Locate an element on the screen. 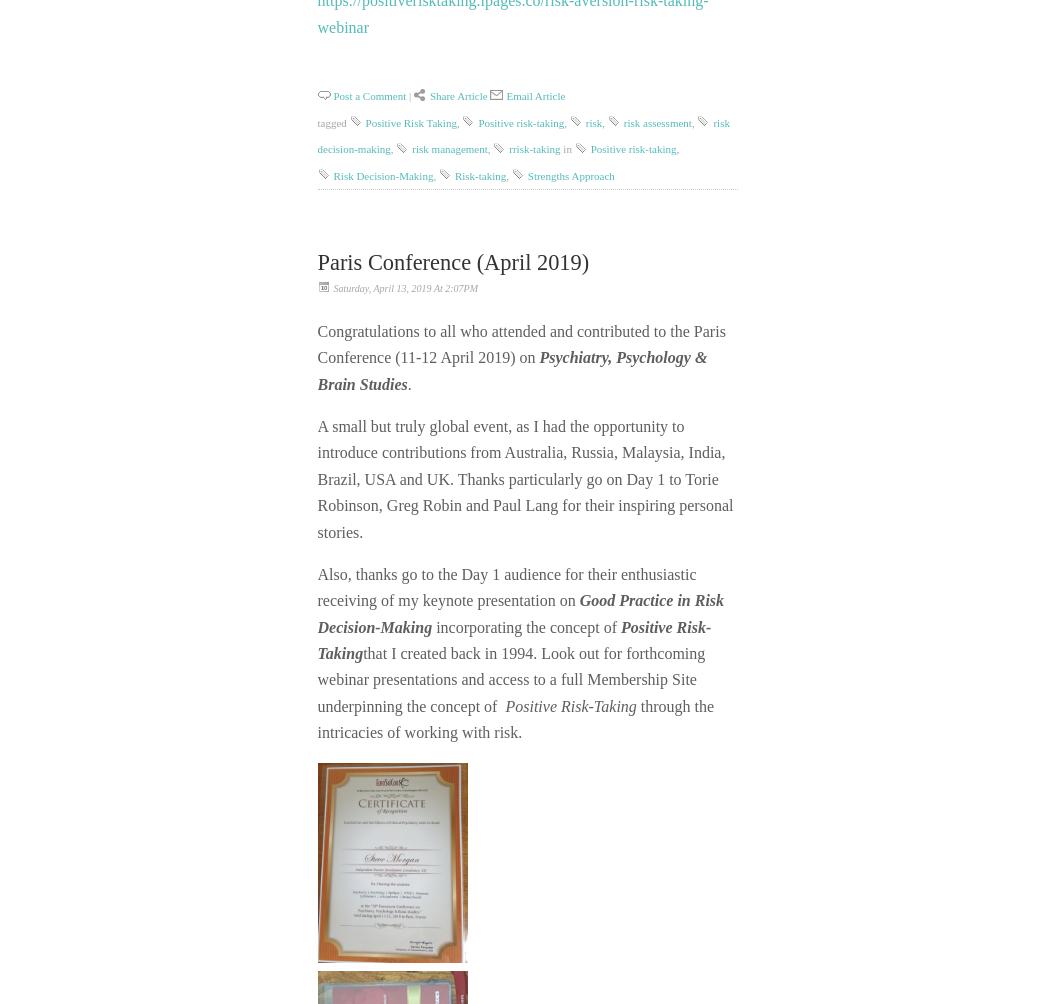 This screenshot has height=1004, width=1055. 'incorporating the concept of' is located at coordinates (528, 626).